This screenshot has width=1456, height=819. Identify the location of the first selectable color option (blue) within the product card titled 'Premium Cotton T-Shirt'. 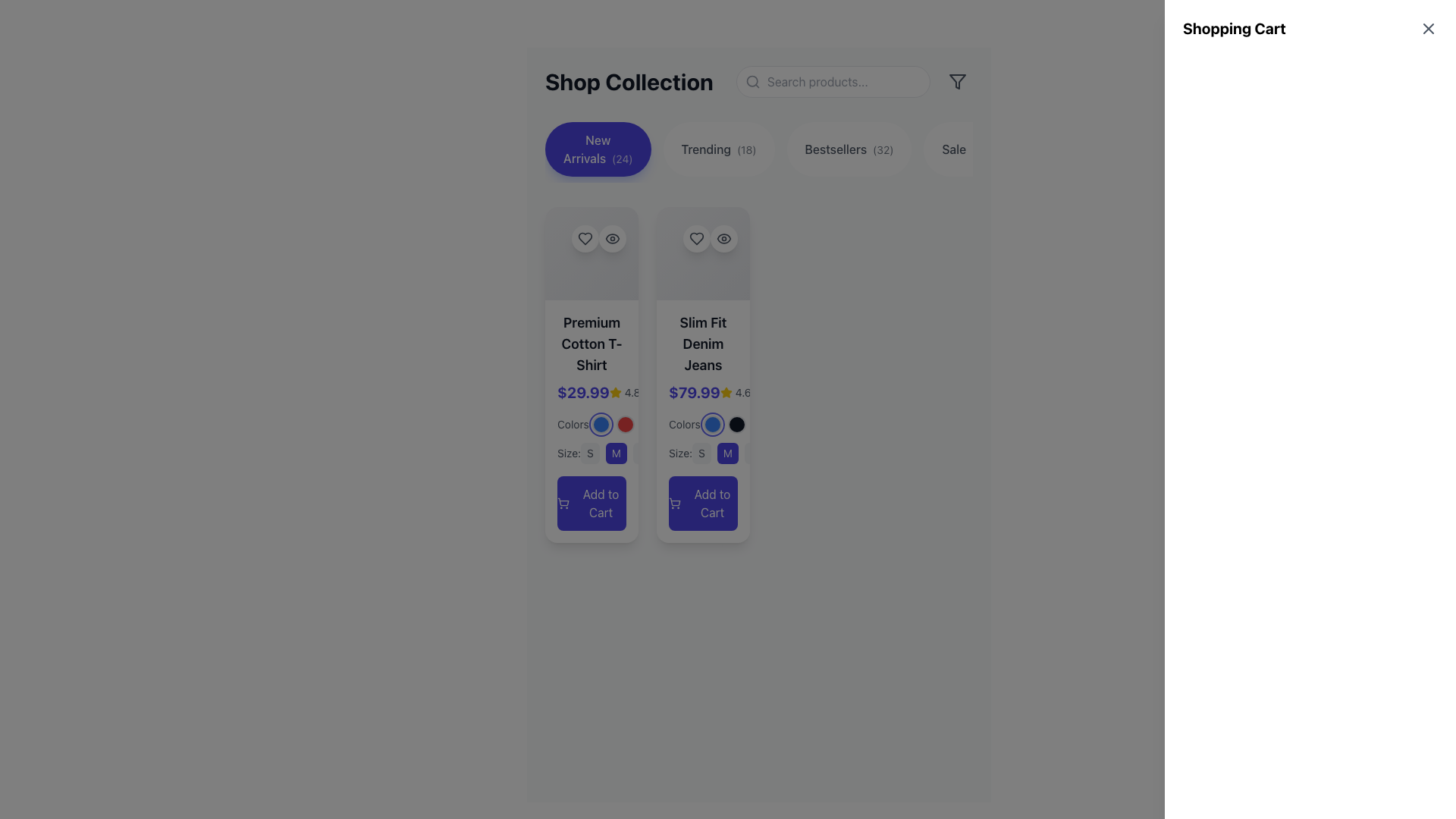
(591, 421).